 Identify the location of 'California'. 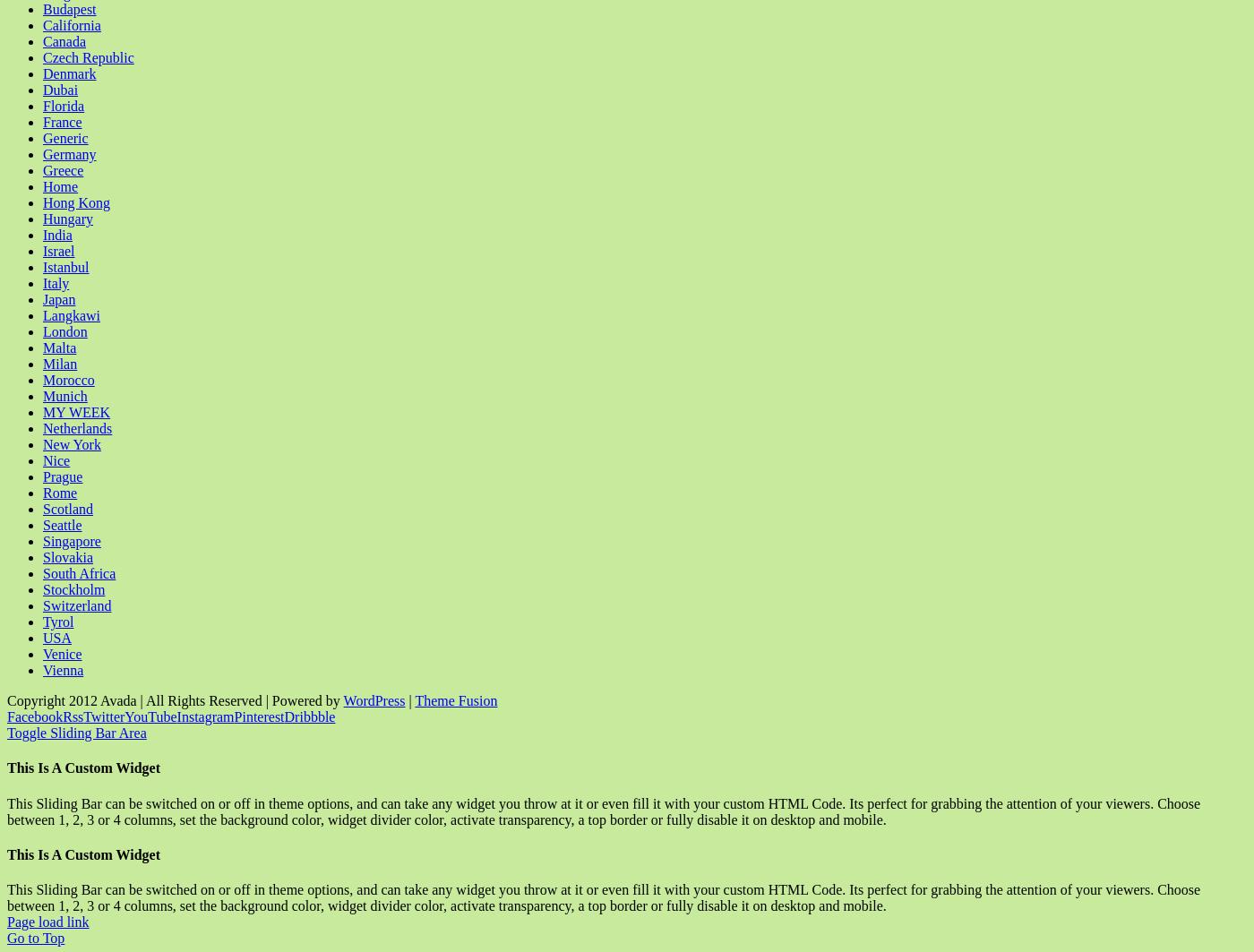
(71, 25).